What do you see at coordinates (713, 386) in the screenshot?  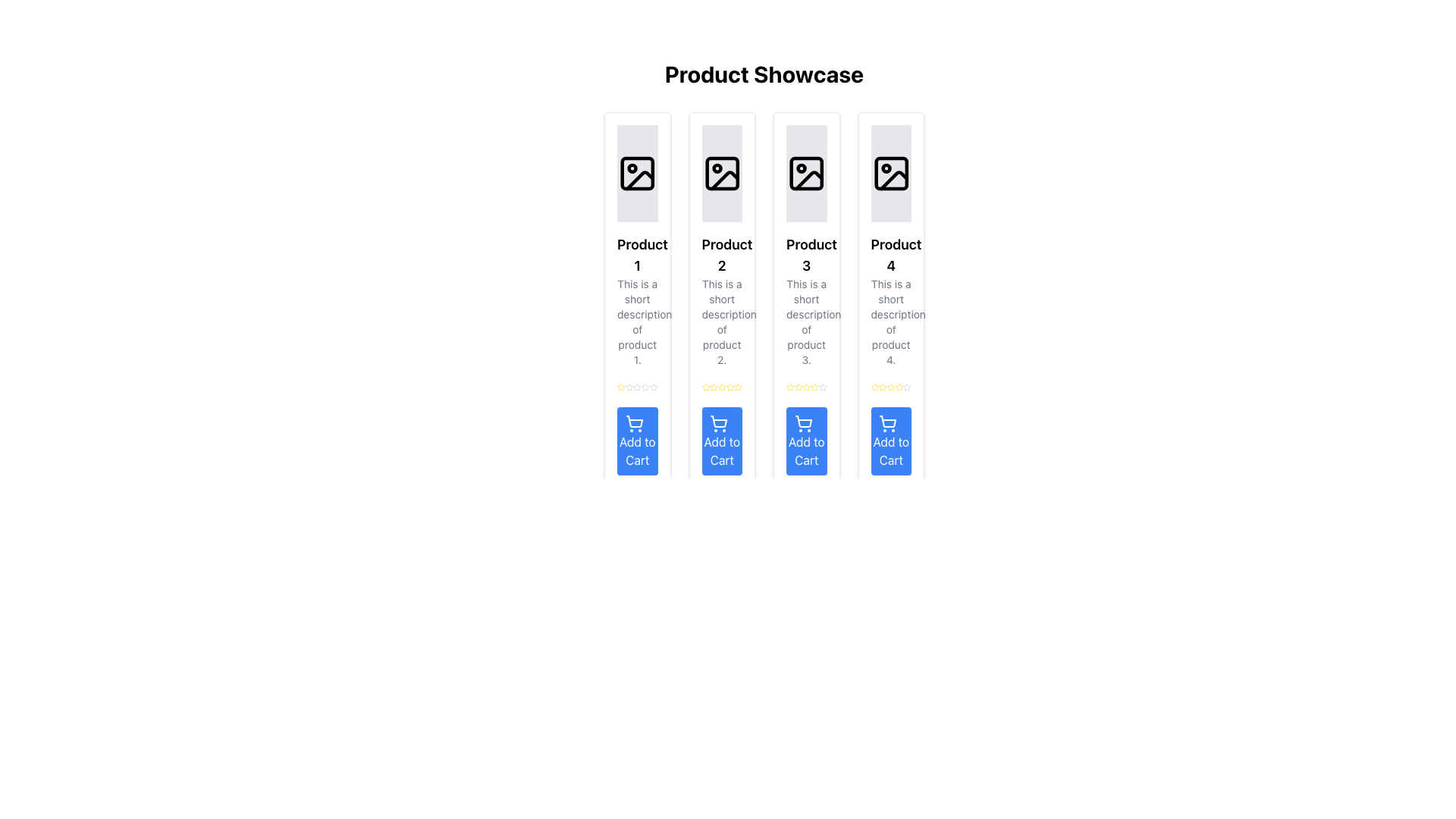 I see `the second rating star icon for Product 2, which is centrally located below the product description and above the 'Add to Cart' button in the product showcase grid` at bounding box center [713, 386].